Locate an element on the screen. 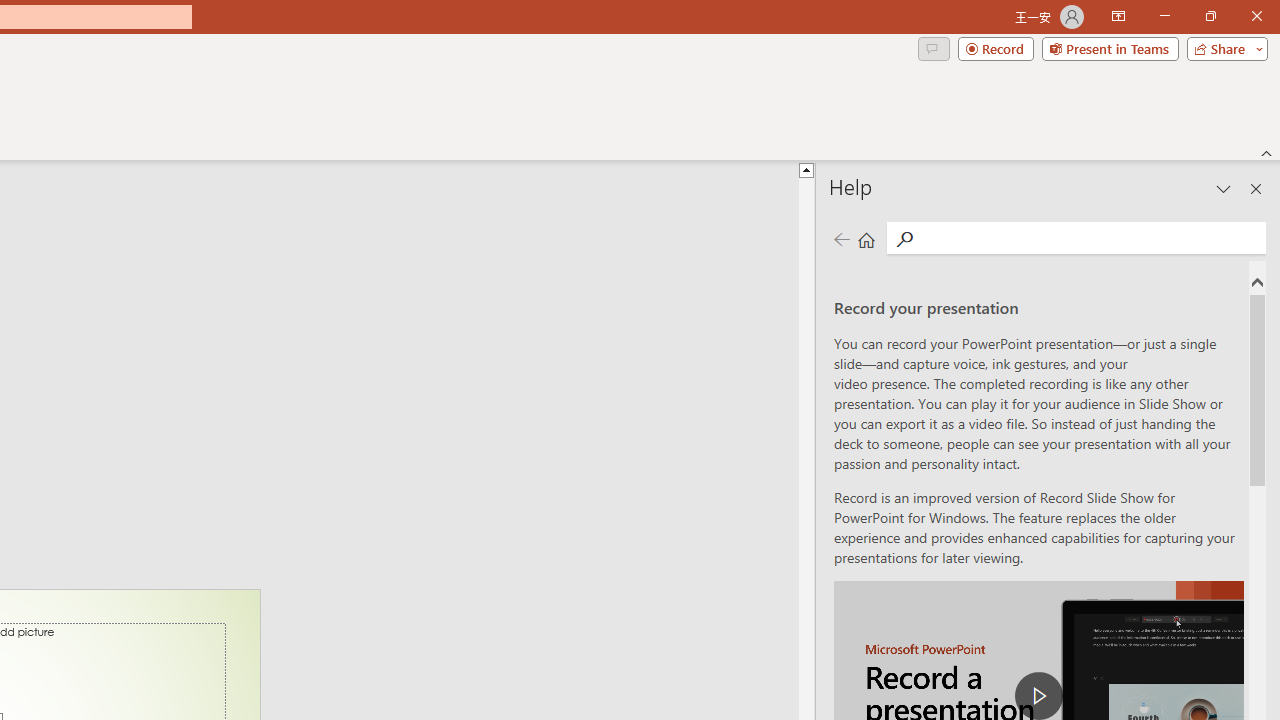  'Restore Down' is located at coordinates (1209, 16).